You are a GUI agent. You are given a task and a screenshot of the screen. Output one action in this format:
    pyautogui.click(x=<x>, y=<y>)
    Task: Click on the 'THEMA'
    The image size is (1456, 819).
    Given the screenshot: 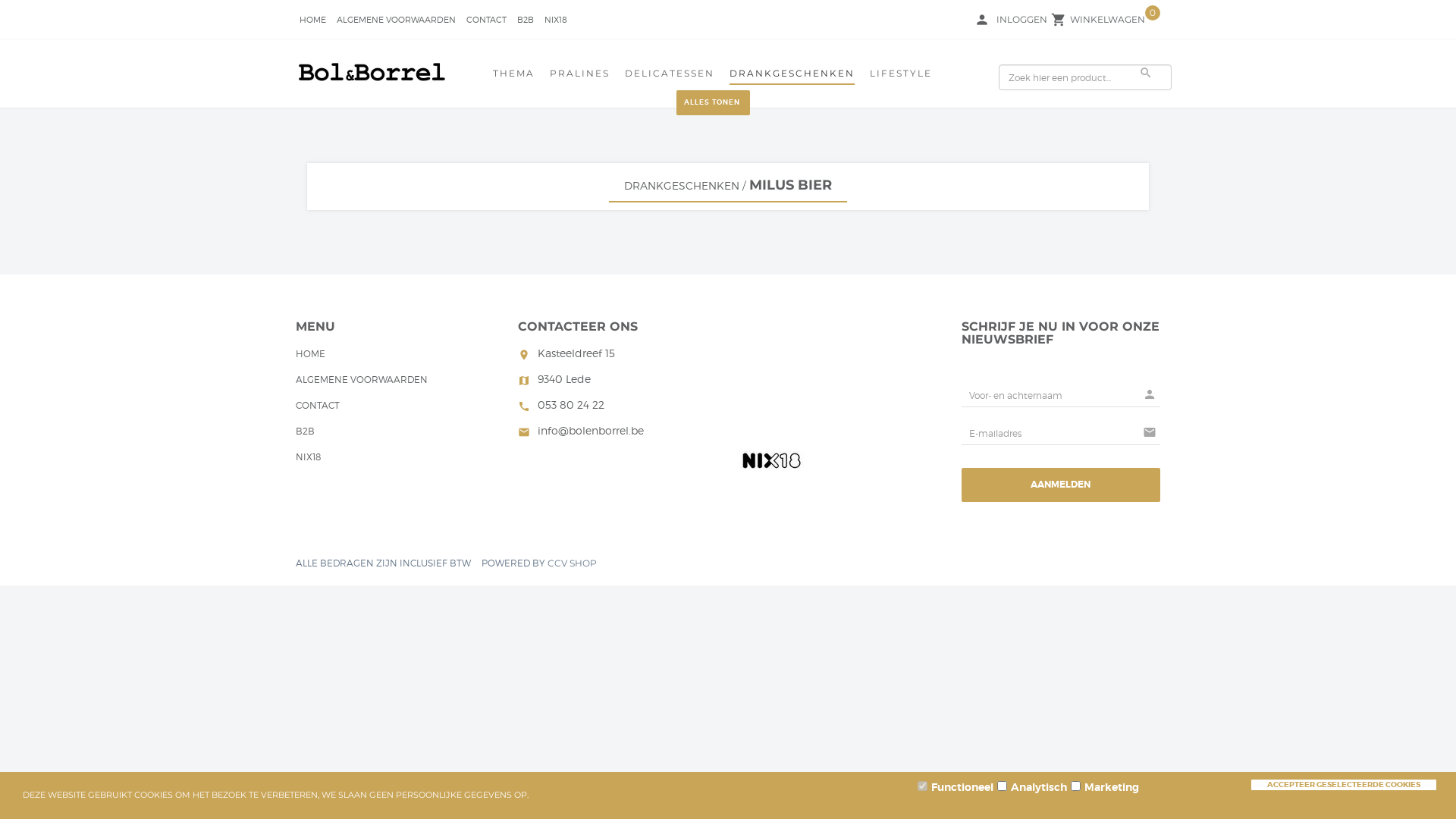 What is the action you would take?
    pyautogui.click(x=492, y=75)
    